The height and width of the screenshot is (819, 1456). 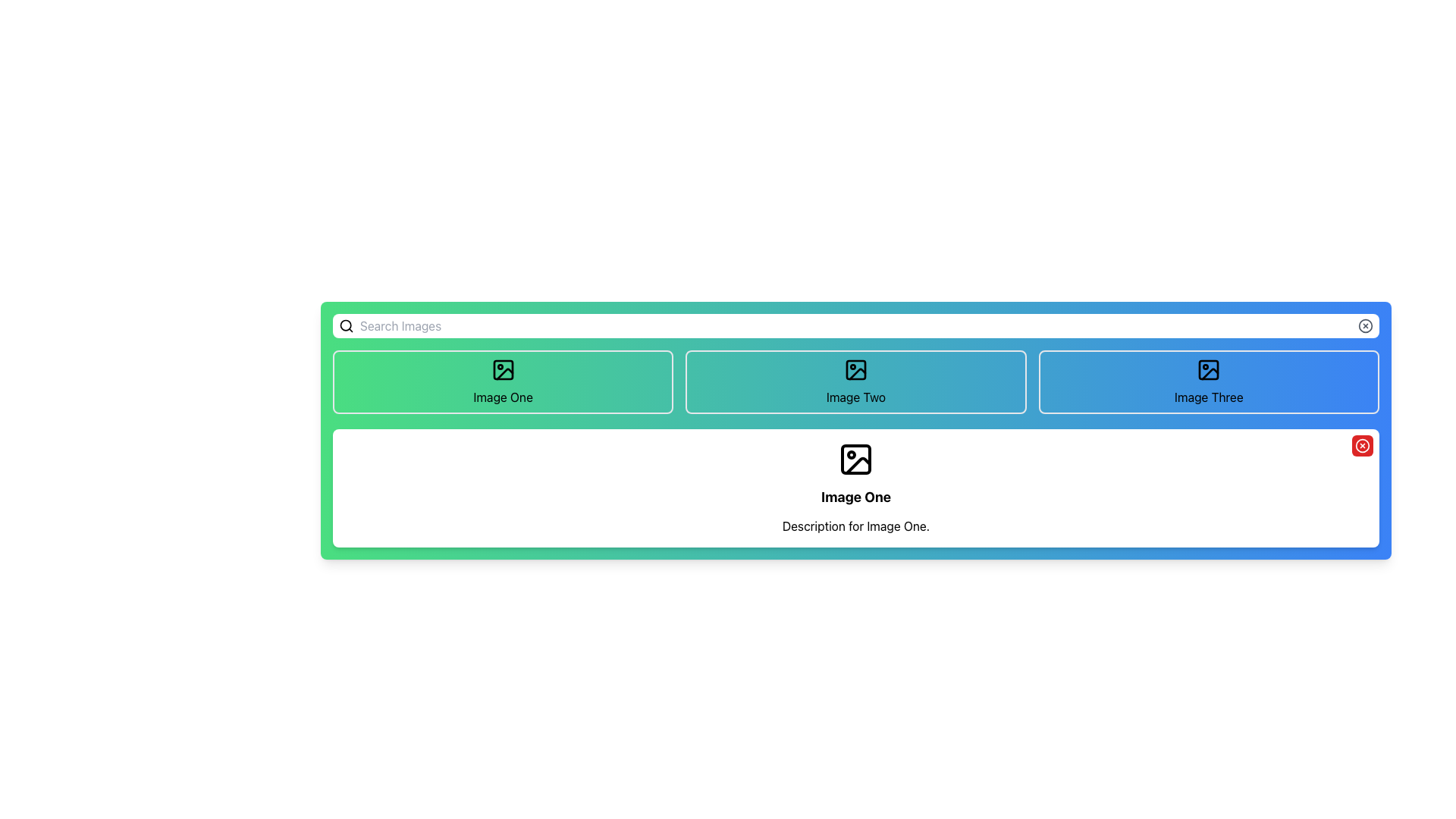 What do you see at coordinates (503, 370) in the screenshot?
I see `the small illustrative icon resembling a landscape (mountain and sun) inside a square outline, which is the first icon in the section labeled 'Image One', located at the top row of the interface within a green card` at bounding box center [503, 370].